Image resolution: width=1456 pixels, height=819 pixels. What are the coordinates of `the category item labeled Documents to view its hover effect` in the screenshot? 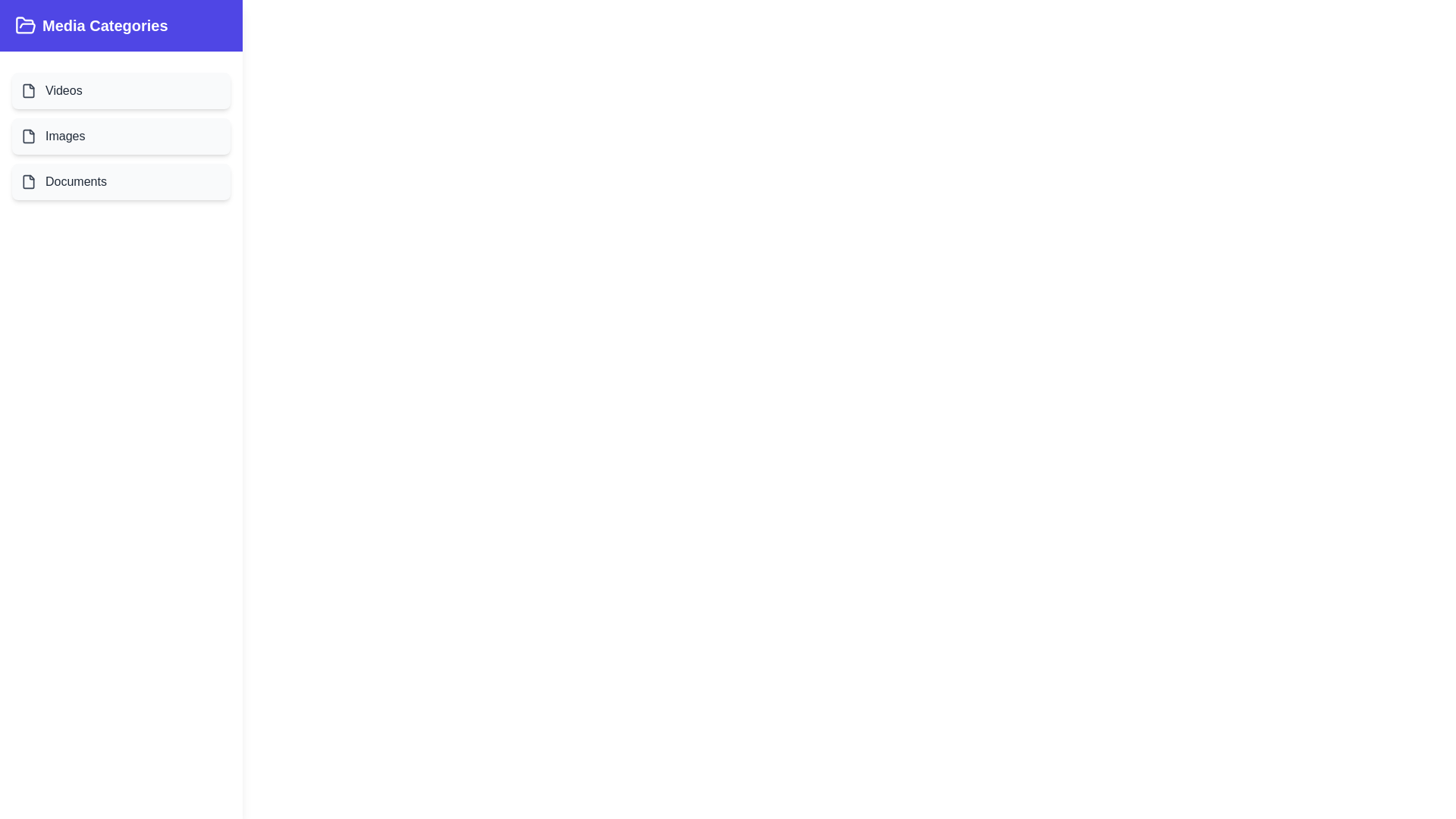 It's located at (120, 180).